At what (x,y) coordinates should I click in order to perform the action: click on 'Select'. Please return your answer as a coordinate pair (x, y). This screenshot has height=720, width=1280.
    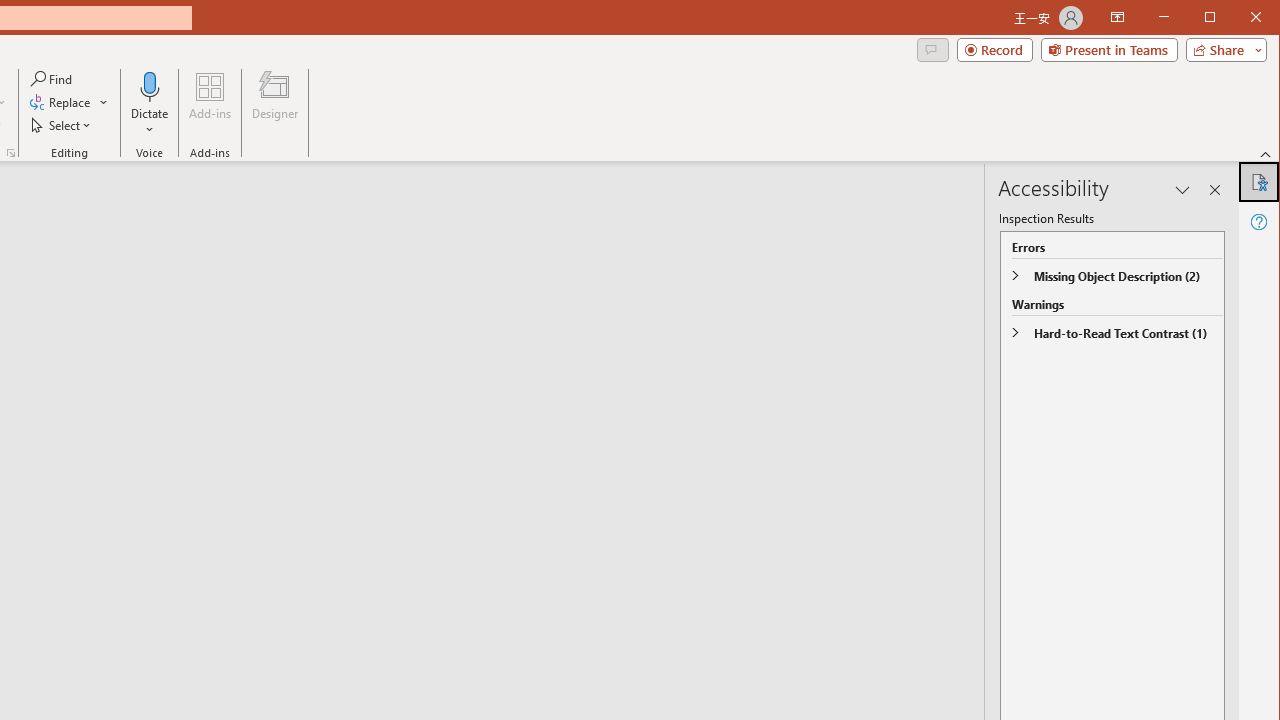
    Looking at the image, I should click on (62, 125).